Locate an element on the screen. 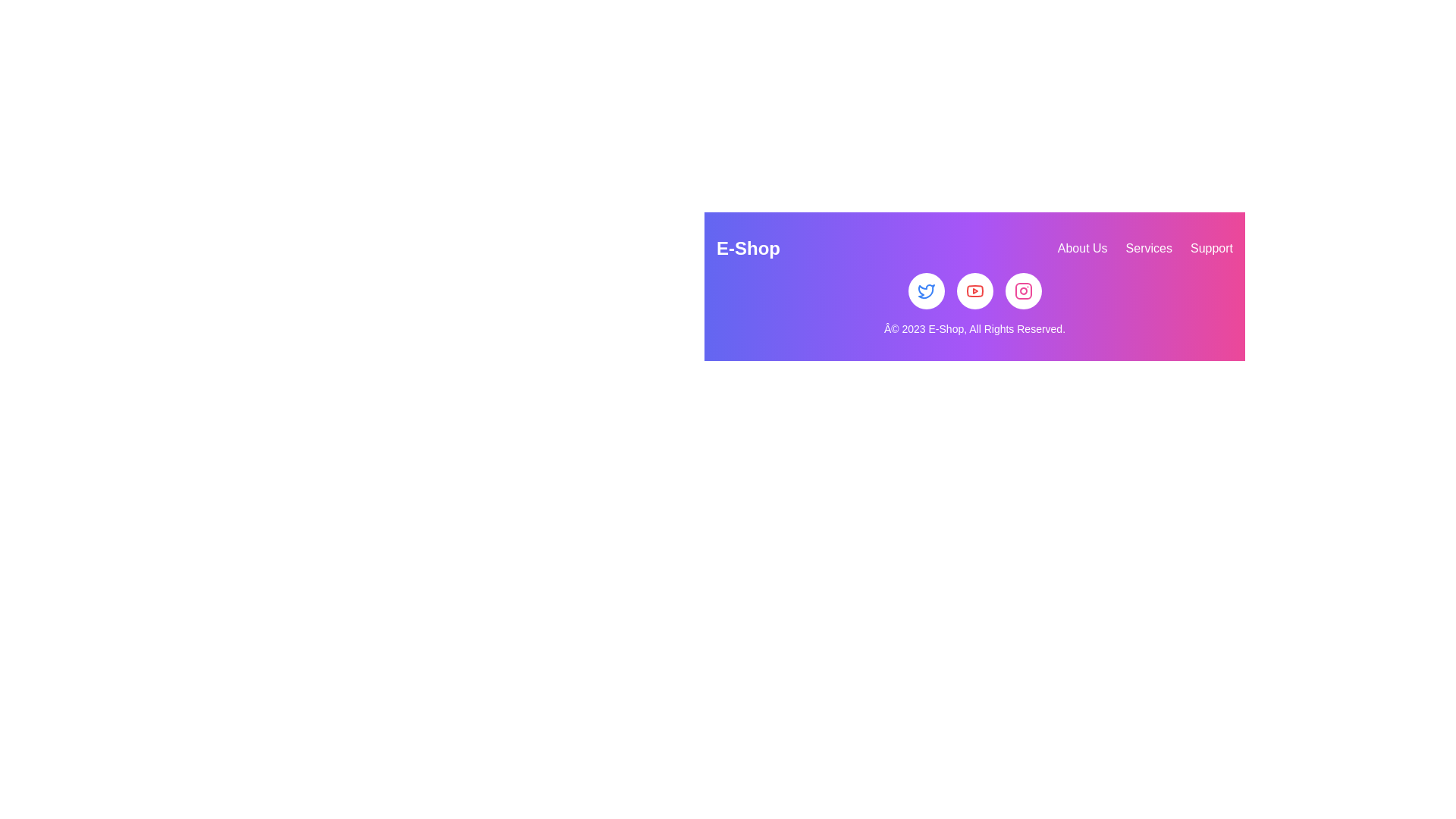 This screenshot has height=819, width=1456. the social media icons in the footer-like informational and navigation bar to access respective social media pages is located at coordinates (974, 287).